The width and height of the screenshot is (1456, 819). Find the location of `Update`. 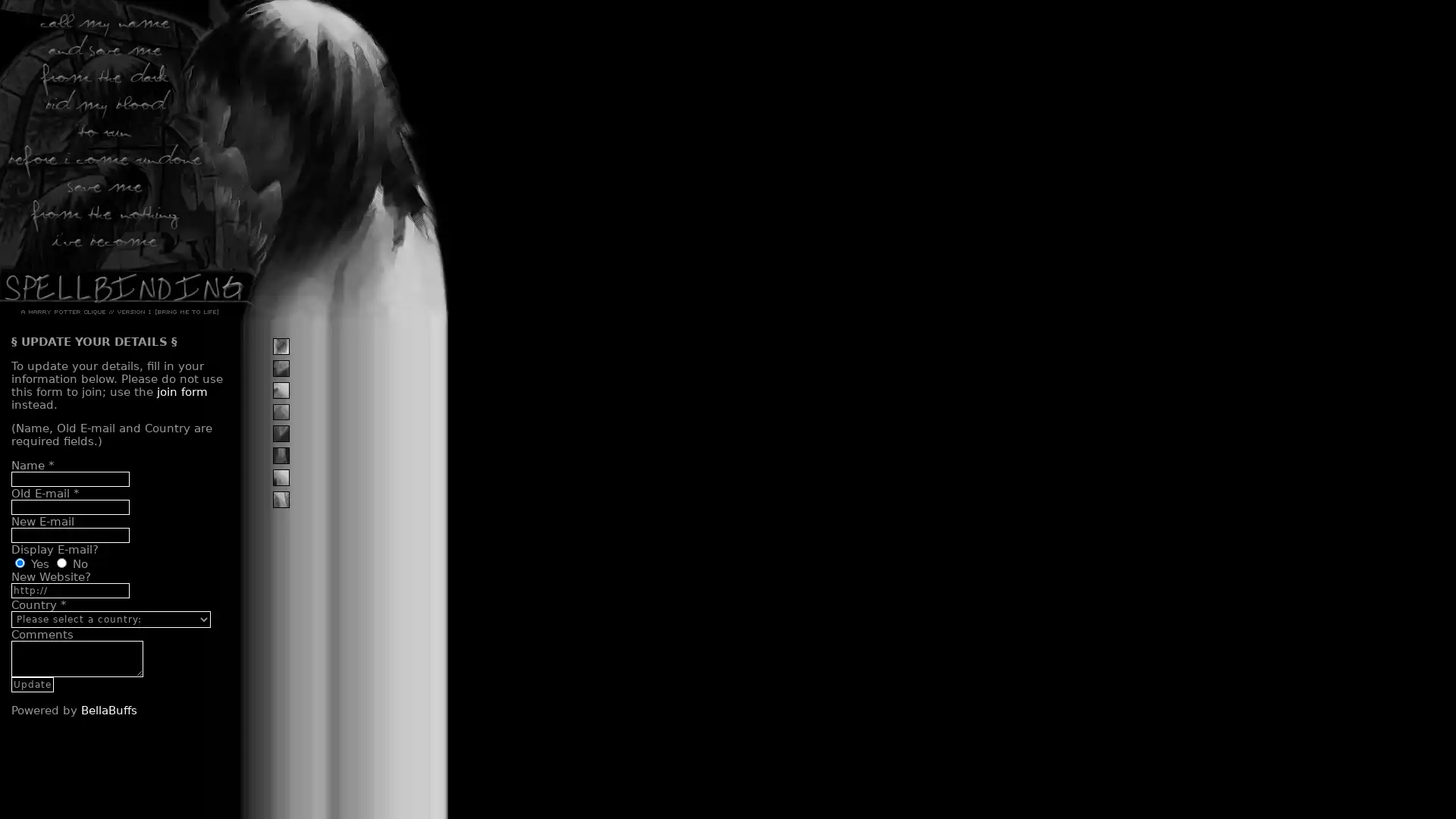

Update is located at coordinates (33, 684).